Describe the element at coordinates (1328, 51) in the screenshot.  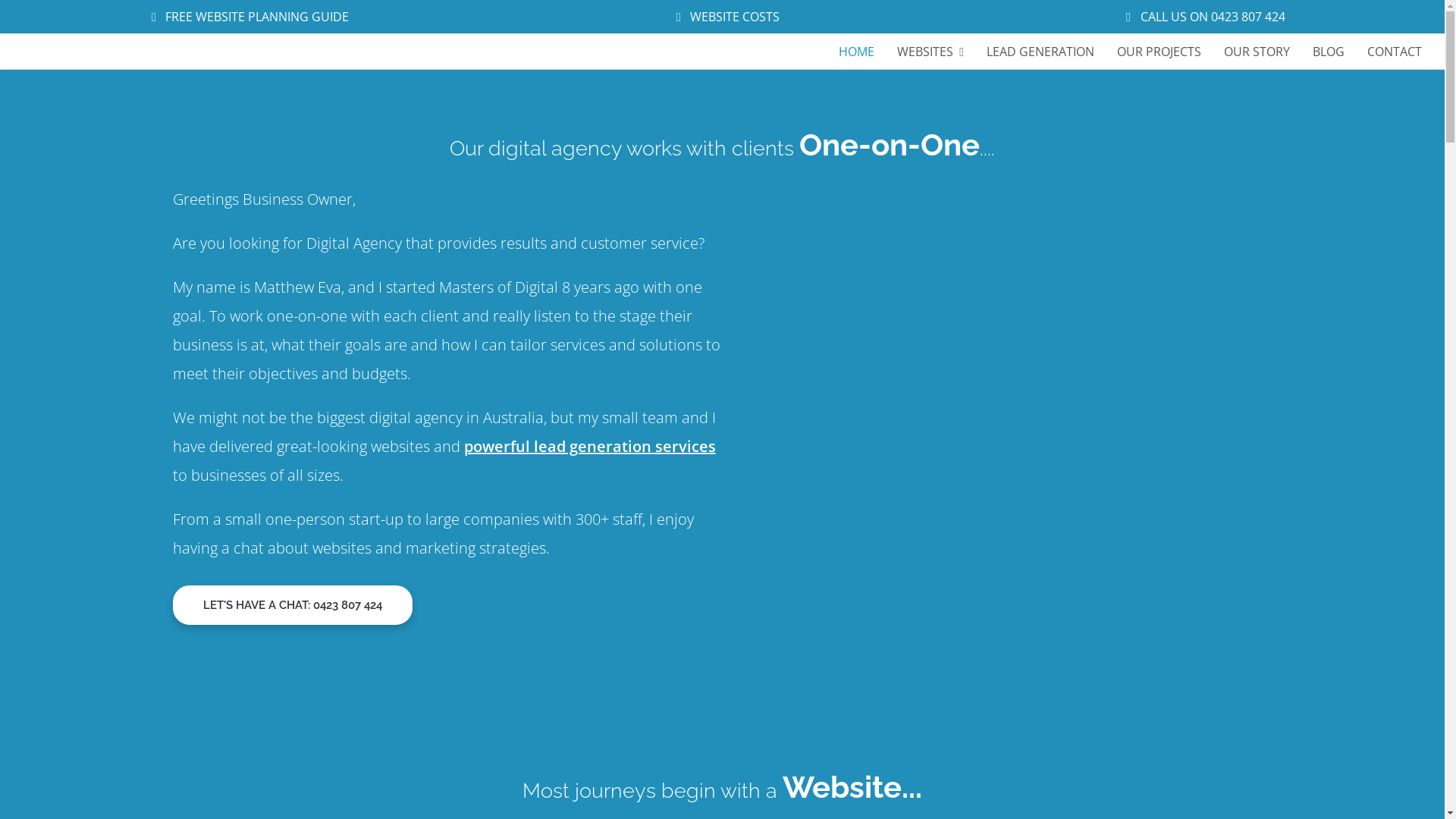
I see `'BLOG'` at that location.